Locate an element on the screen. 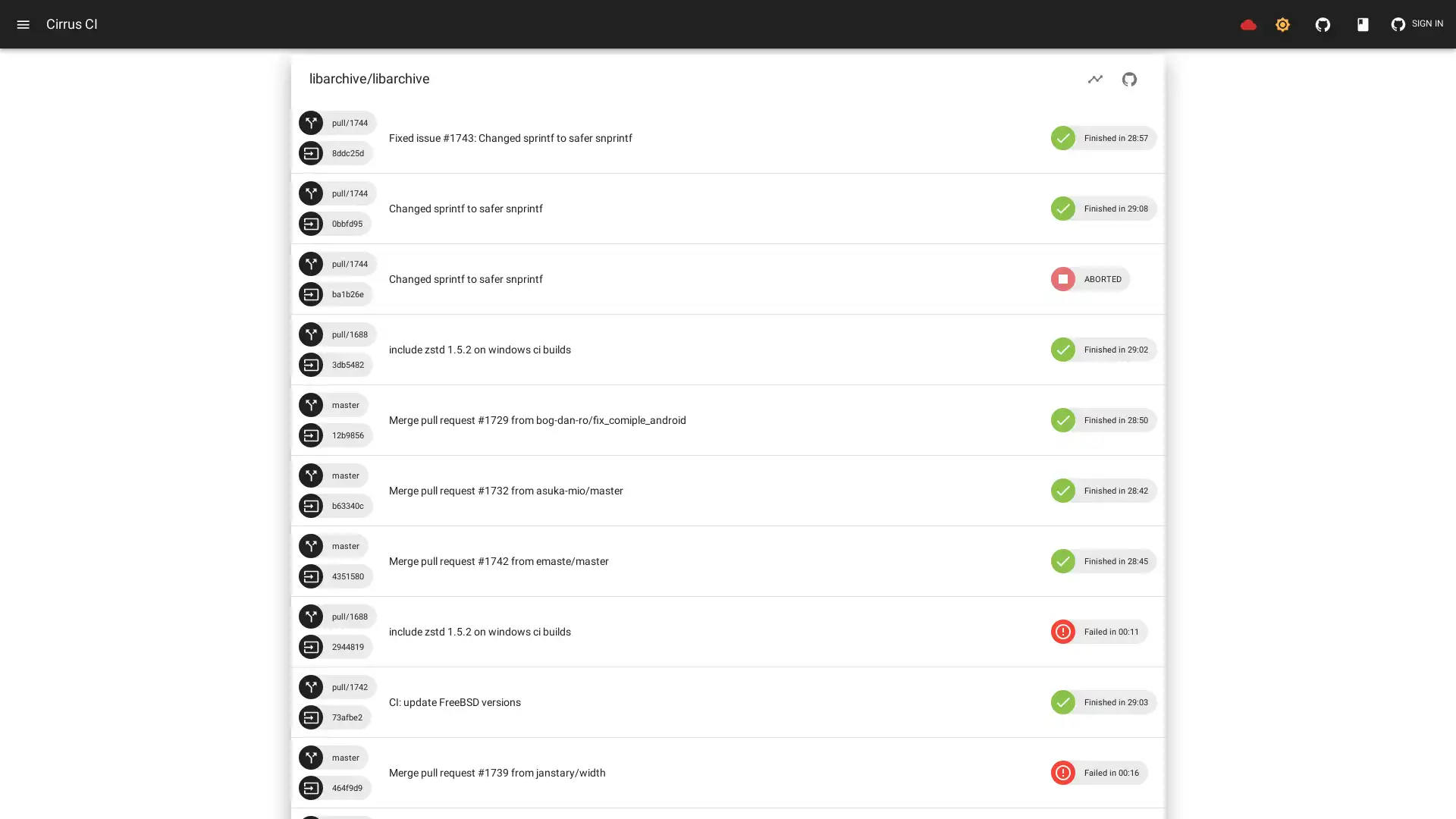 This screenshot has width=1456, height=819. master is located at coordinates (333, 546).